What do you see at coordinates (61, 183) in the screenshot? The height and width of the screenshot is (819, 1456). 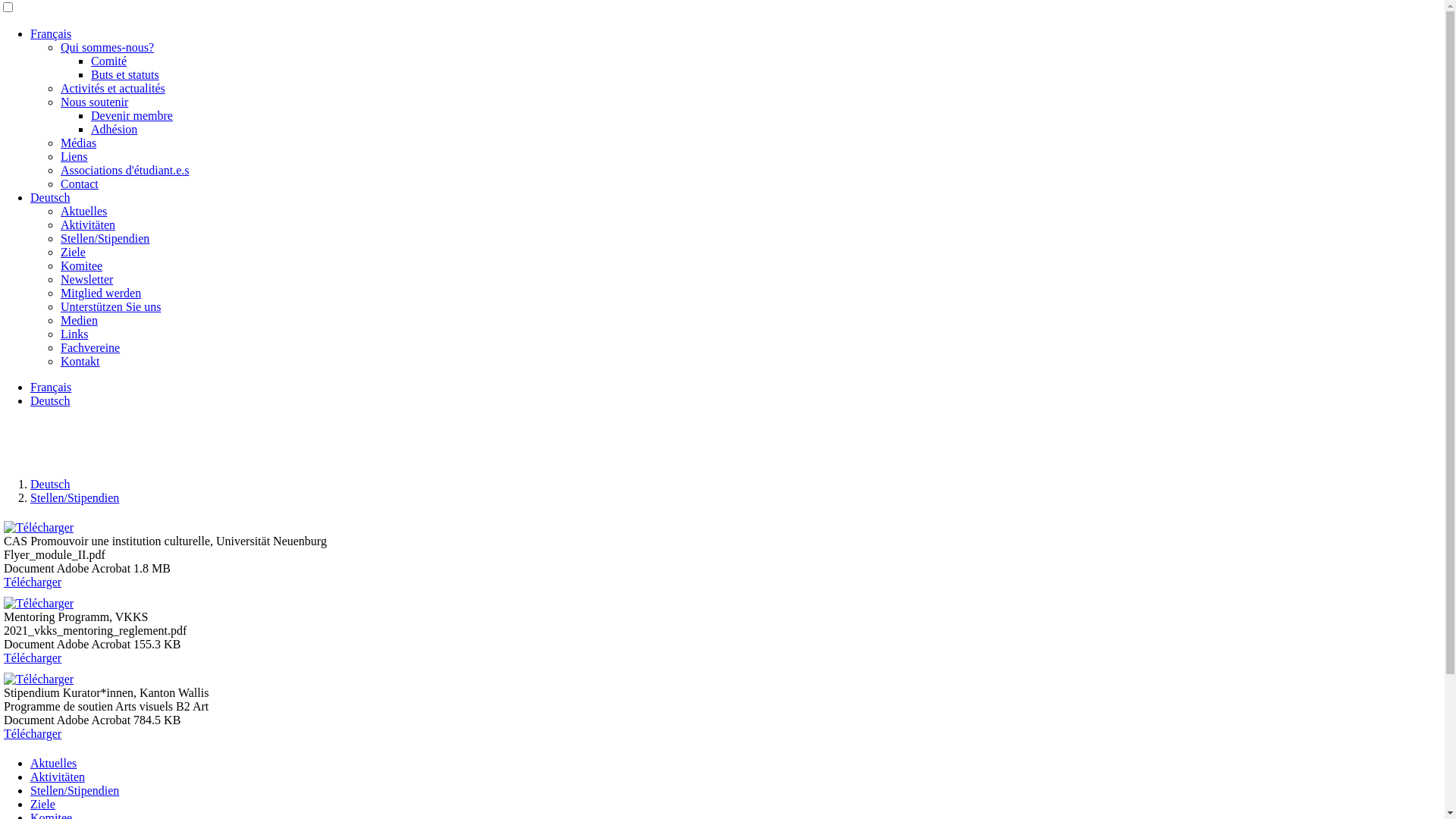 I see `'Contact'` at bounding box center [61, 183].